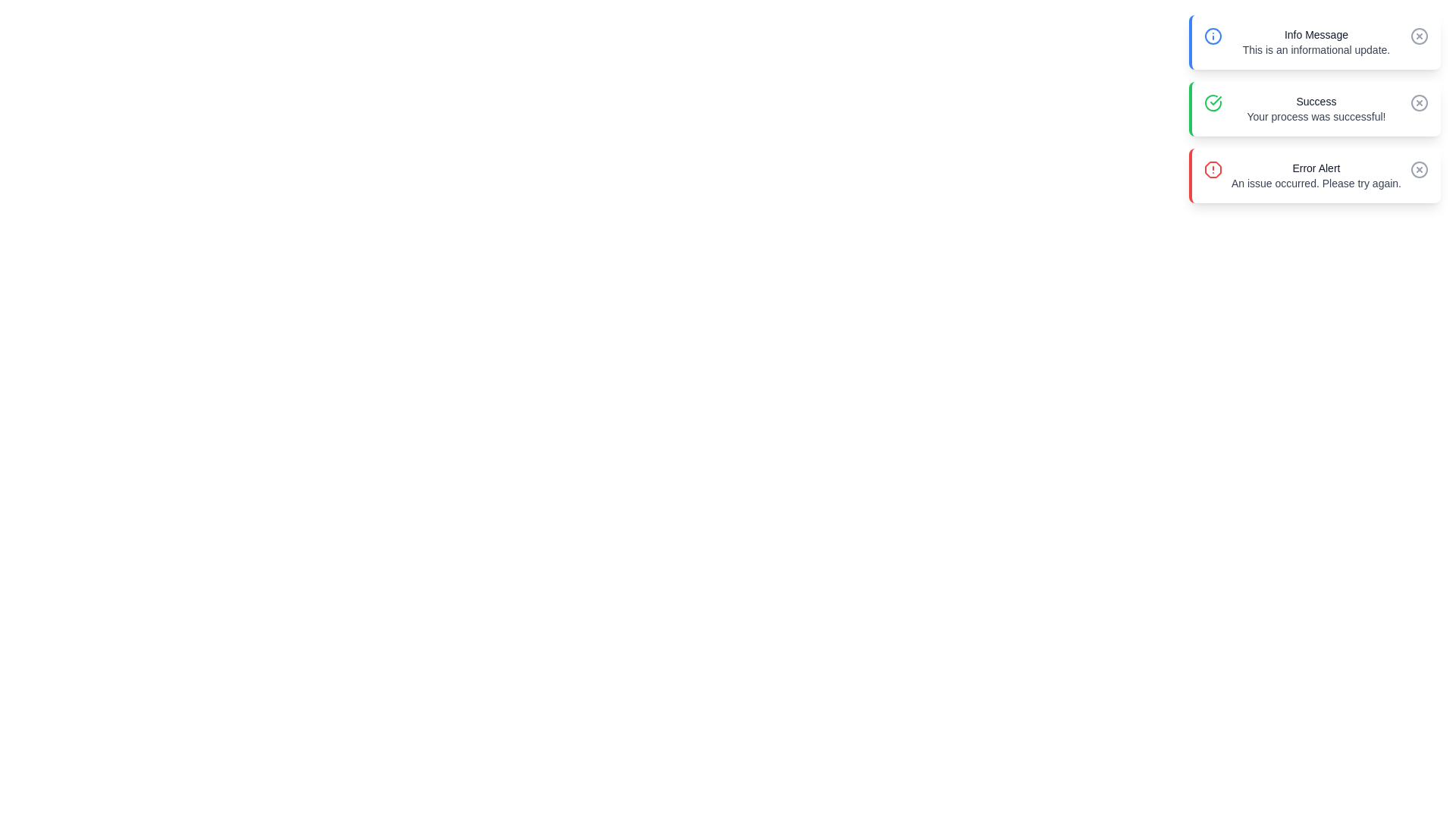 The height and width of the screenshot is (819, 1456). I want to click on the topmost static notification banner with a white background and blue left border, which contains the text 'Info Message' and a close icon on the right, so click(1313, 42).